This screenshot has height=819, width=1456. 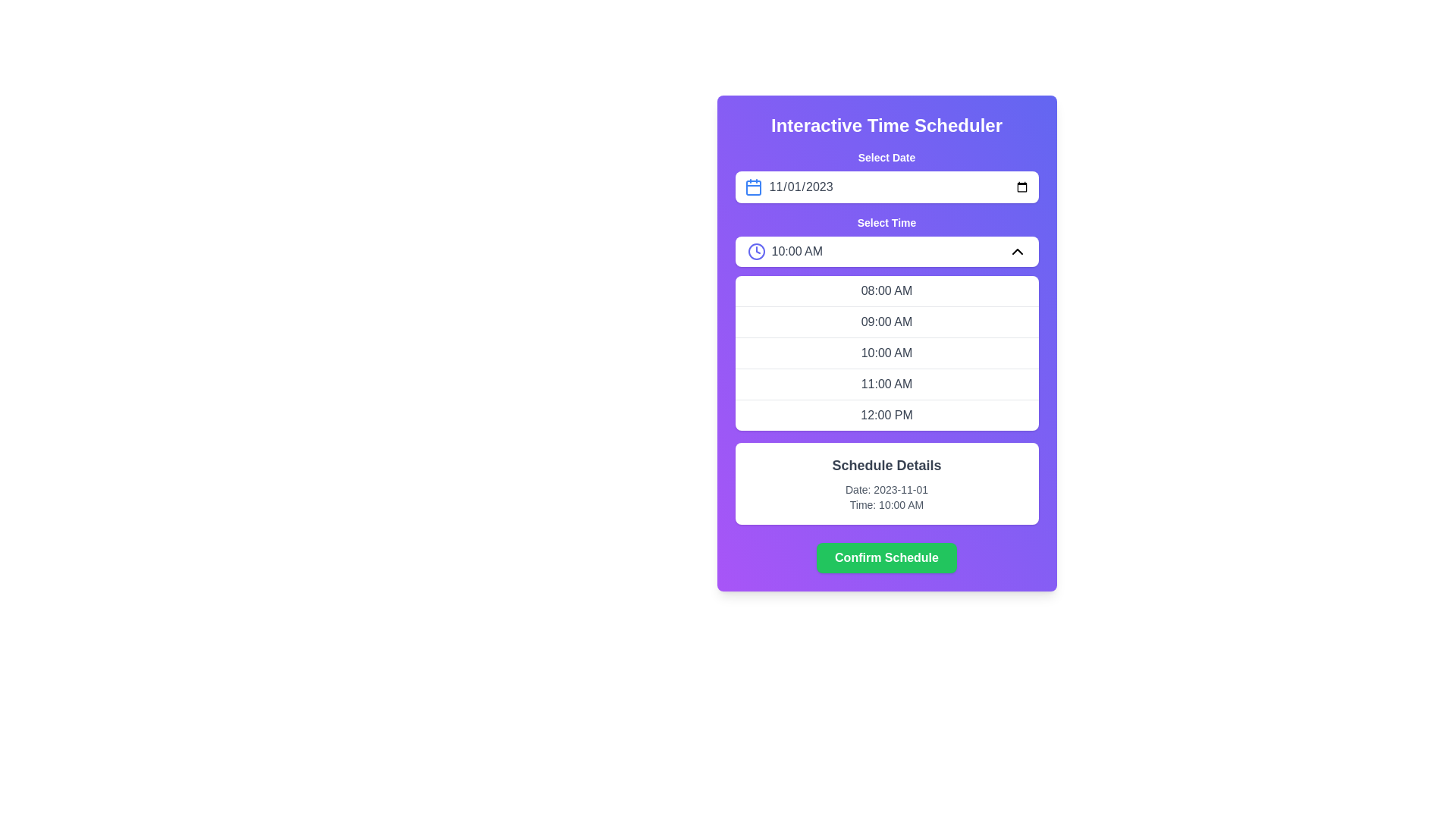 I want to click on the 'Select Date' section in the scheduling interface, so click(x=886, y=175).